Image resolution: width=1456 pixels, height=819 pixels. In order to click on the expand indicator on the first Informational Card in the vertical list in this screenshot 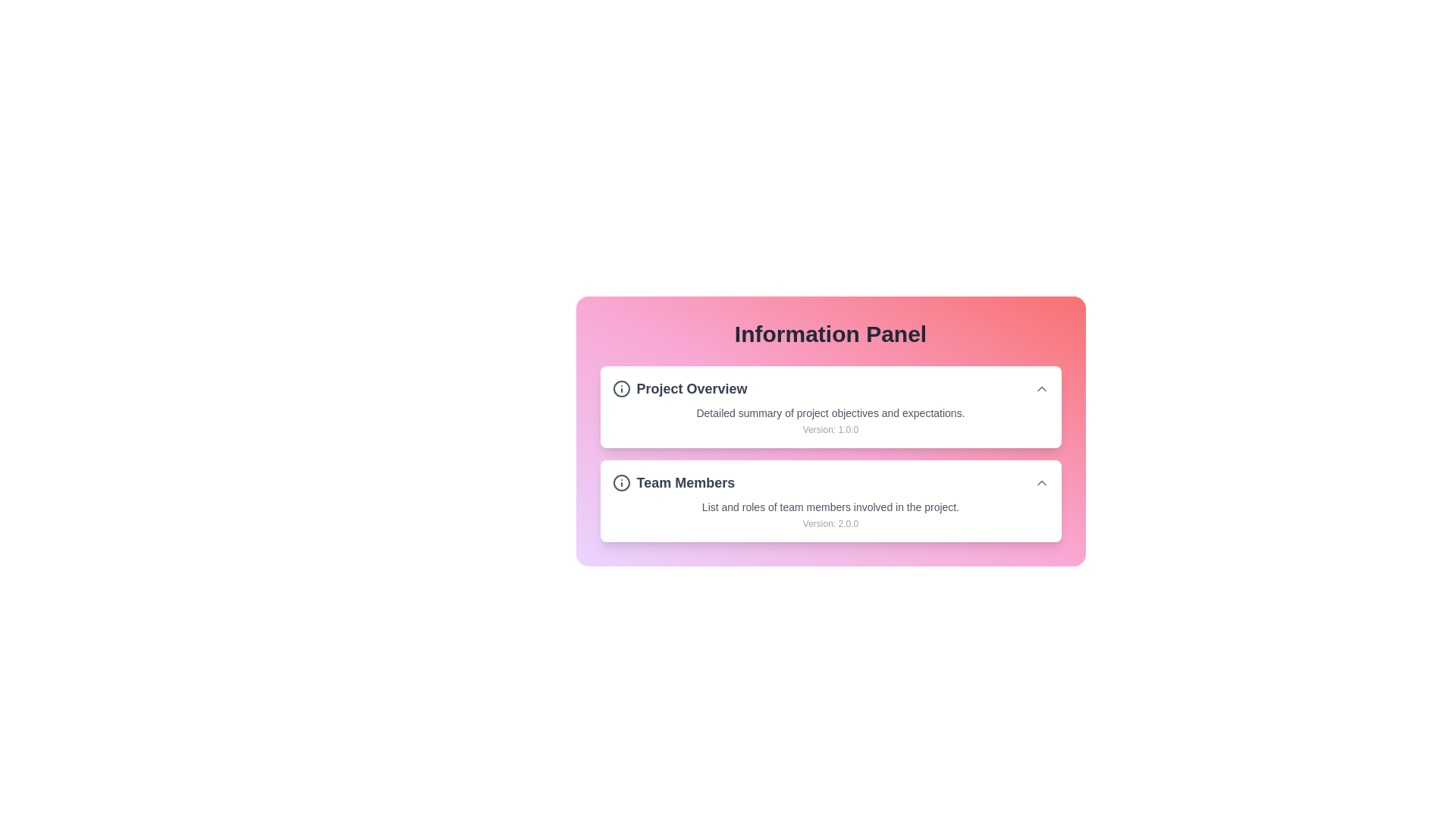, I will do `click(830, 406)`.